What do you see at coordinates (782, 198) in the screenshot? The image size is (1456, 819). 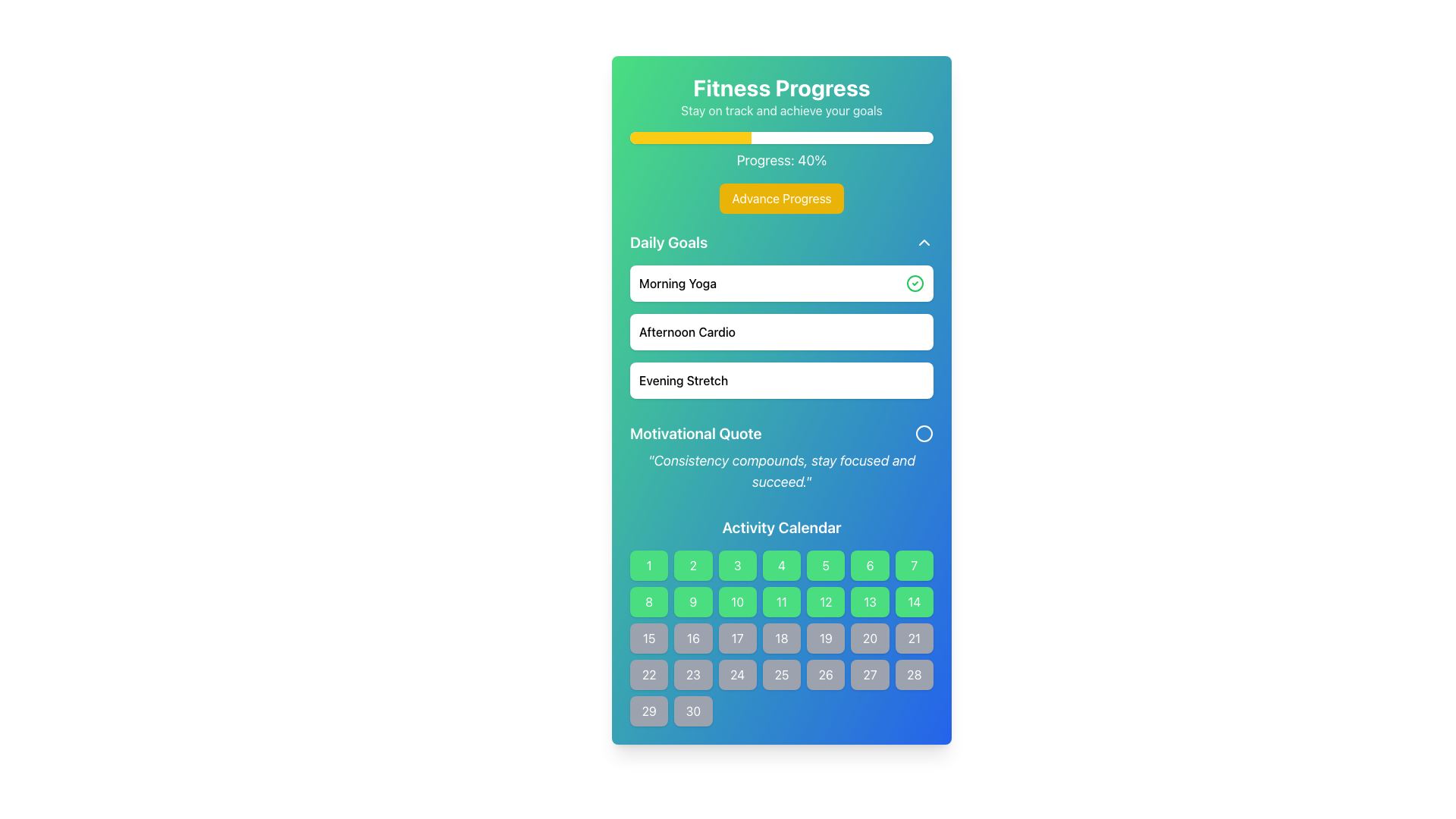 I see `the 'Advance Progress' button, which is a yellow rectangular button with bold white text, to observe its hover effects` at bounding box center [782, 198].